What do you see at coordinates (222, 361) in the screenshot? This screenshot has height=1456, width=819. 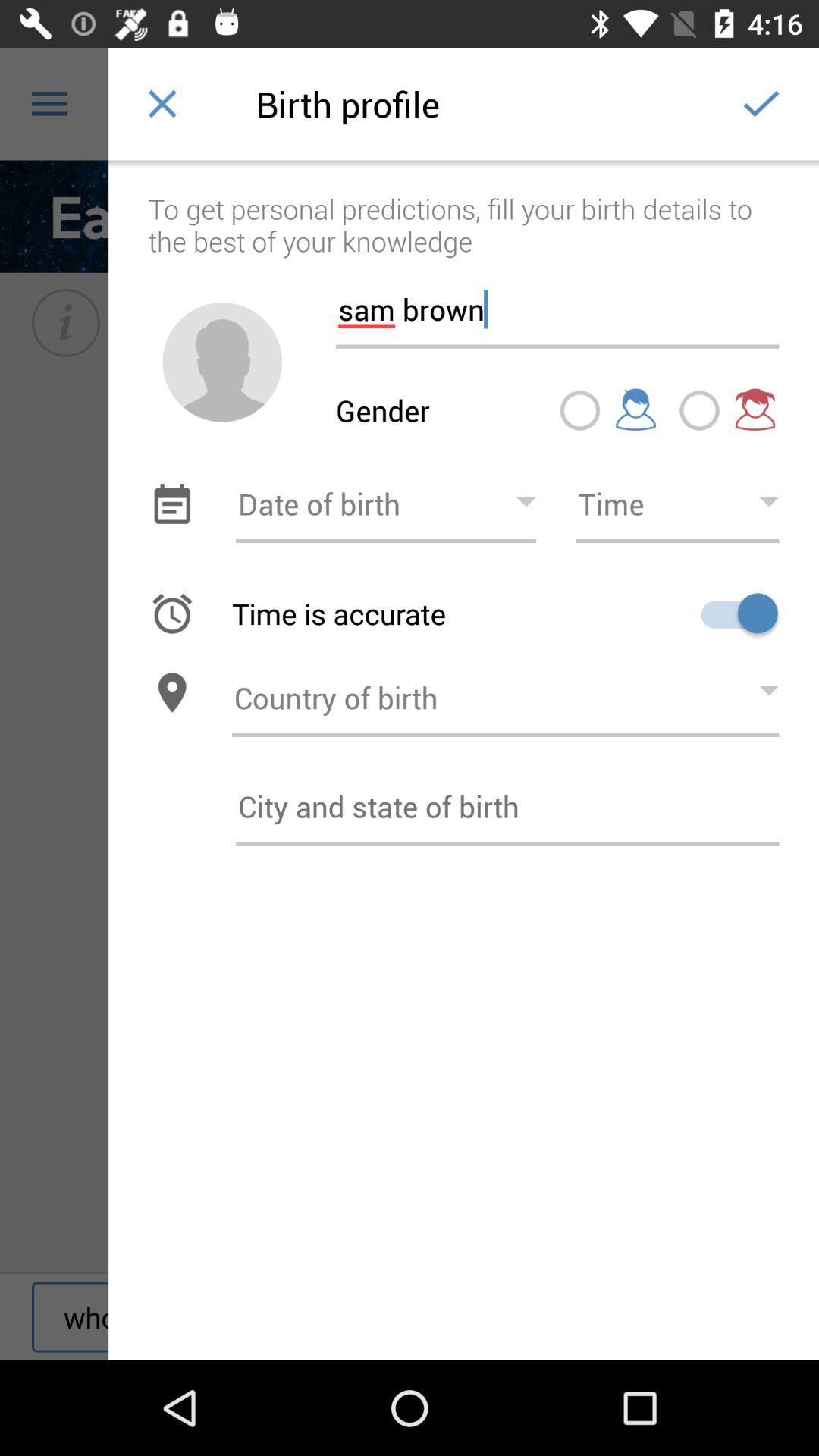 I see `change profile picture` at bounding box center [222, 361].